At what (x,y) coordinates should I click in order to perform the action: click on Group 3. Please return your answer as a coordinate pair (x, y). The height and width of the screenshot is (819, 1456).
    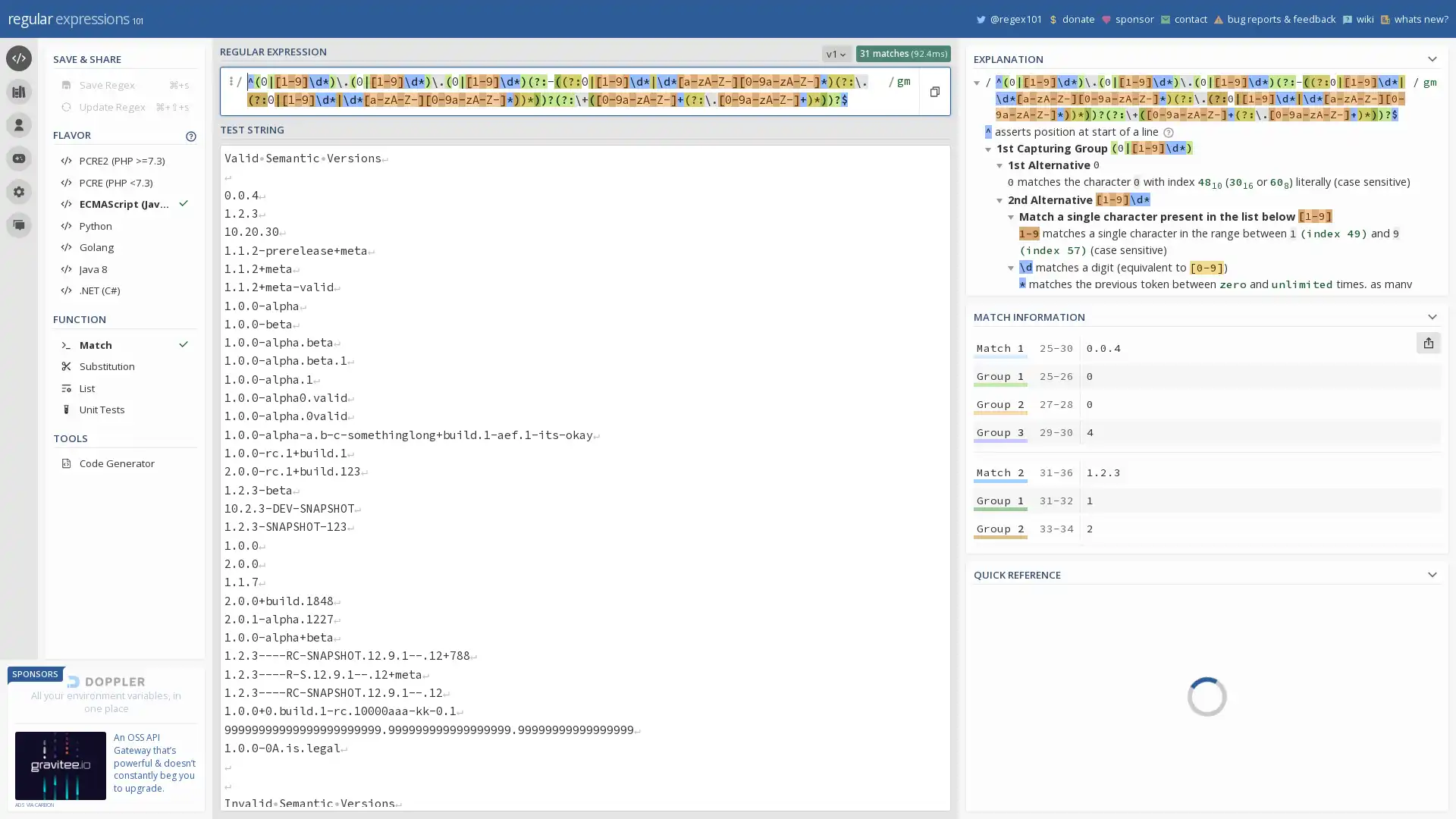
    Looking at the image, I should click on (1000, 556).